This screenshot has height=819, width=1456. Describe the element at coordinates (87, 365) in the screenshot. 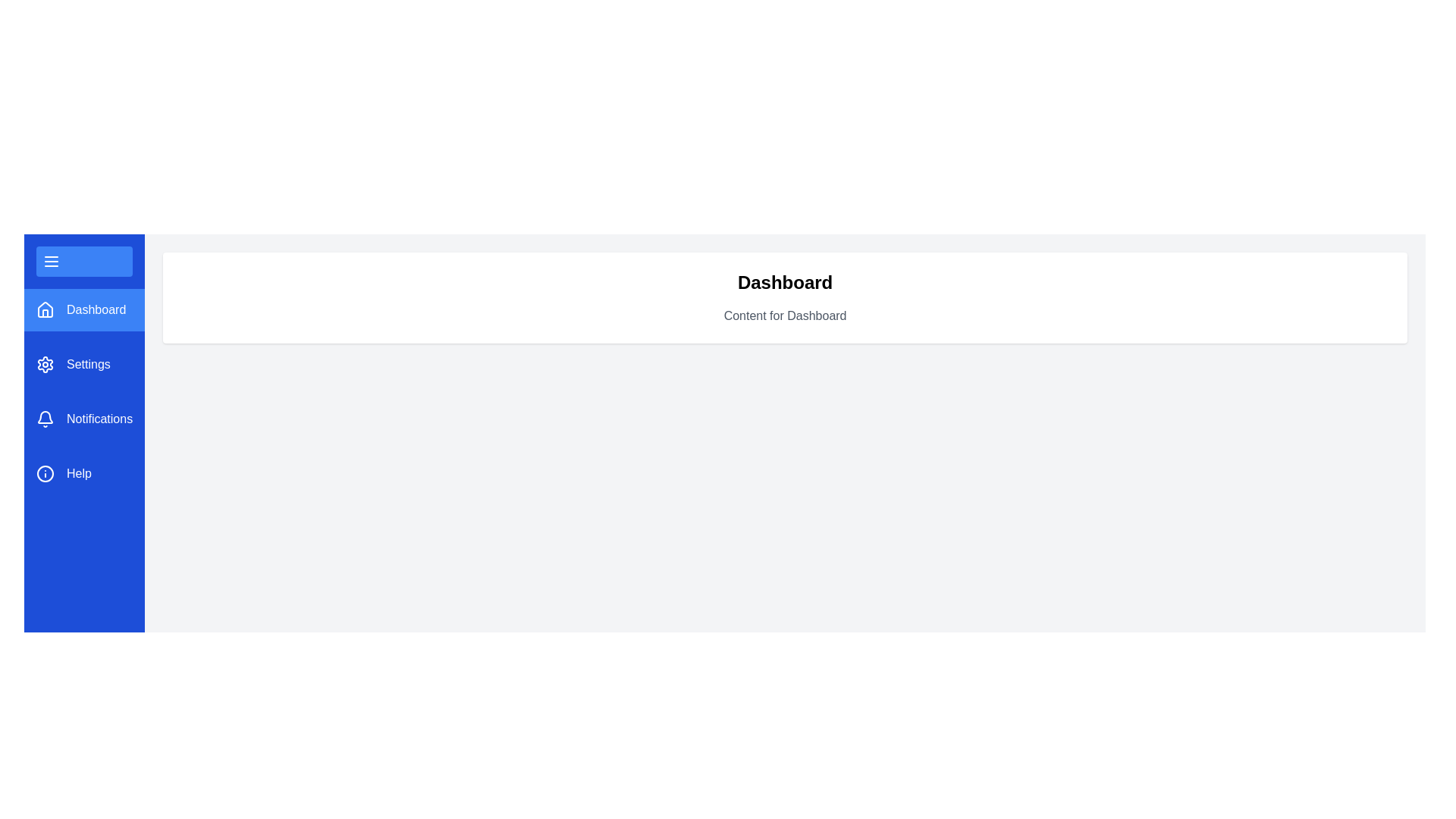

I see `the 'Settings' text label located in the left sidebar, which is the second item in the vertical list of navigation options, between 'Dashboard' and 'Notifications'` at that location.